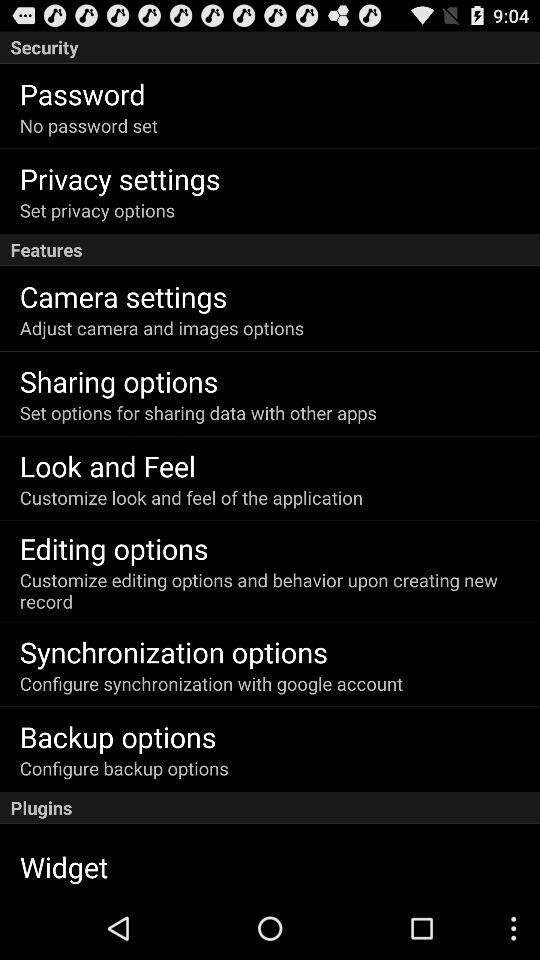 This screenshot has height=960, width=540. What do you see at coordinates (210, 683) in the screenshot?
I see `icon above the backup options app` at bounding box center [210, 683].